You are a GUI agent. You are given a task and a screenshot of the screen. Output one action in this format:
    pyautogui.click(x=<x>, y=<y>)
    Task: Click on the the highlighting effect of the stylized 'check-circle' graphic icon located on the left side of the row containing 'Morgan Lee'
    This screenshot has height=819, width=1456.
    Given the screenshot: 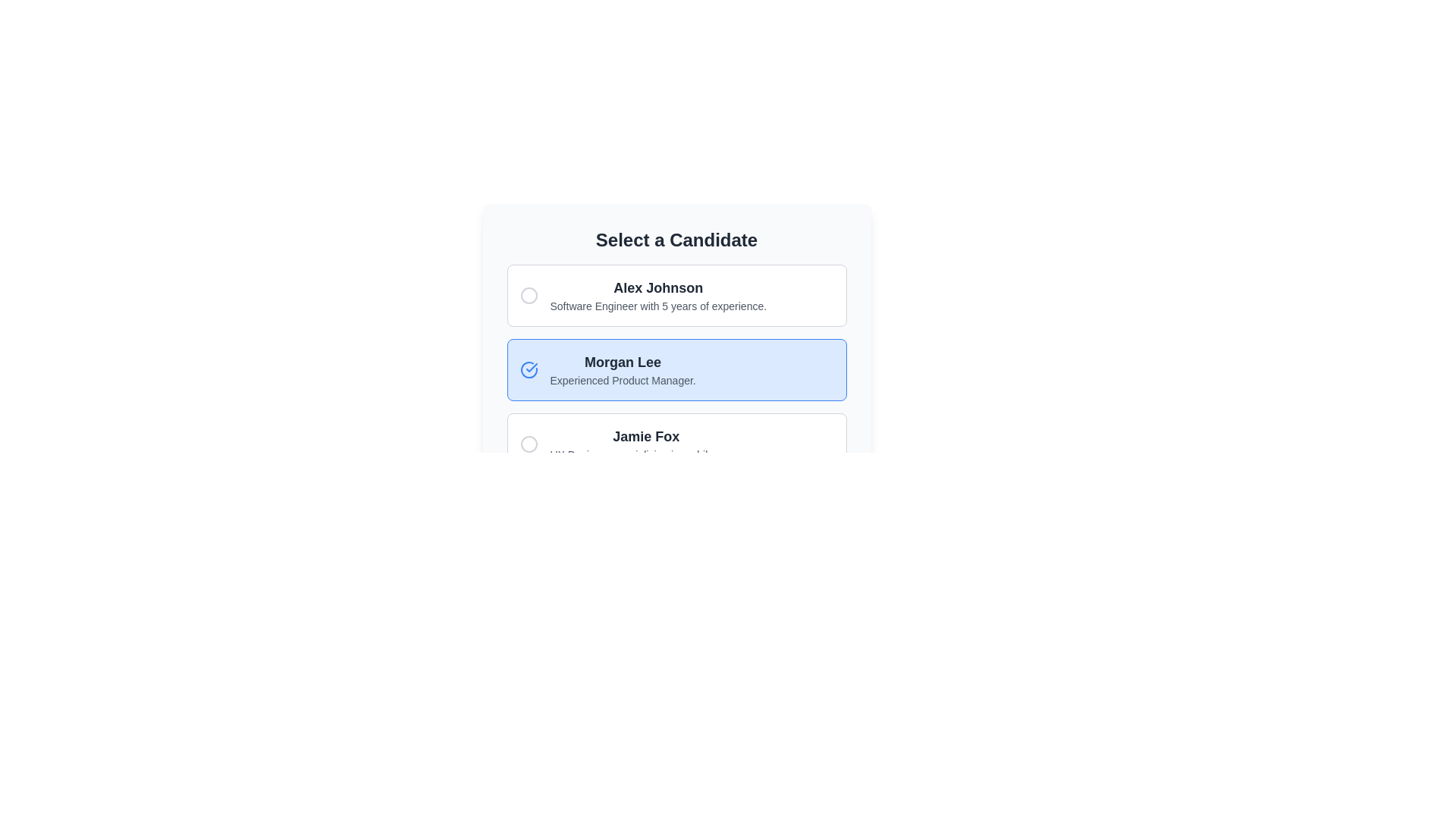 What is the action you would take?
    pyautogui.click(x=529, y=370)
    